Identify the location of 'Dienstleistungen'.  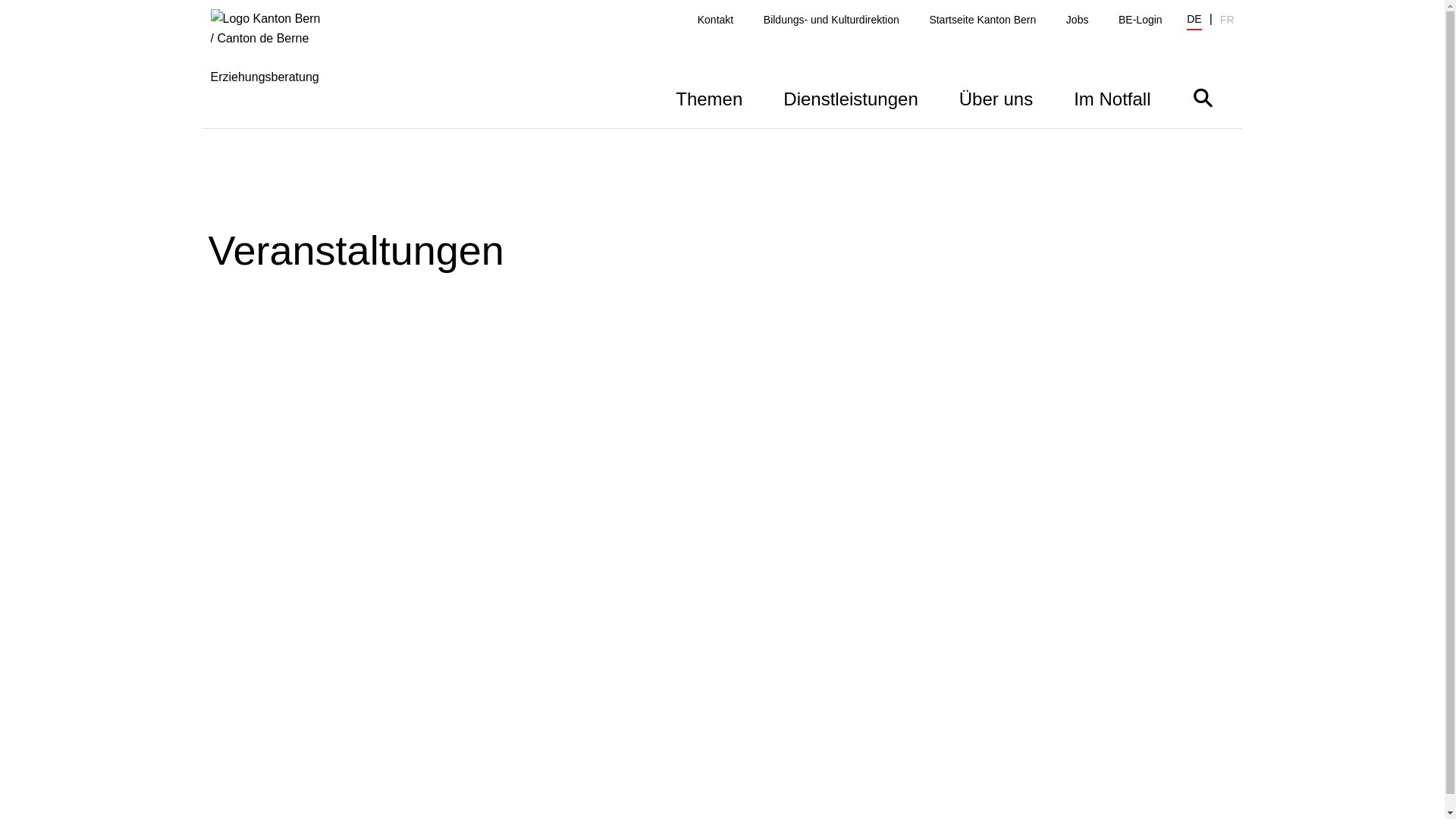
(850, 97).